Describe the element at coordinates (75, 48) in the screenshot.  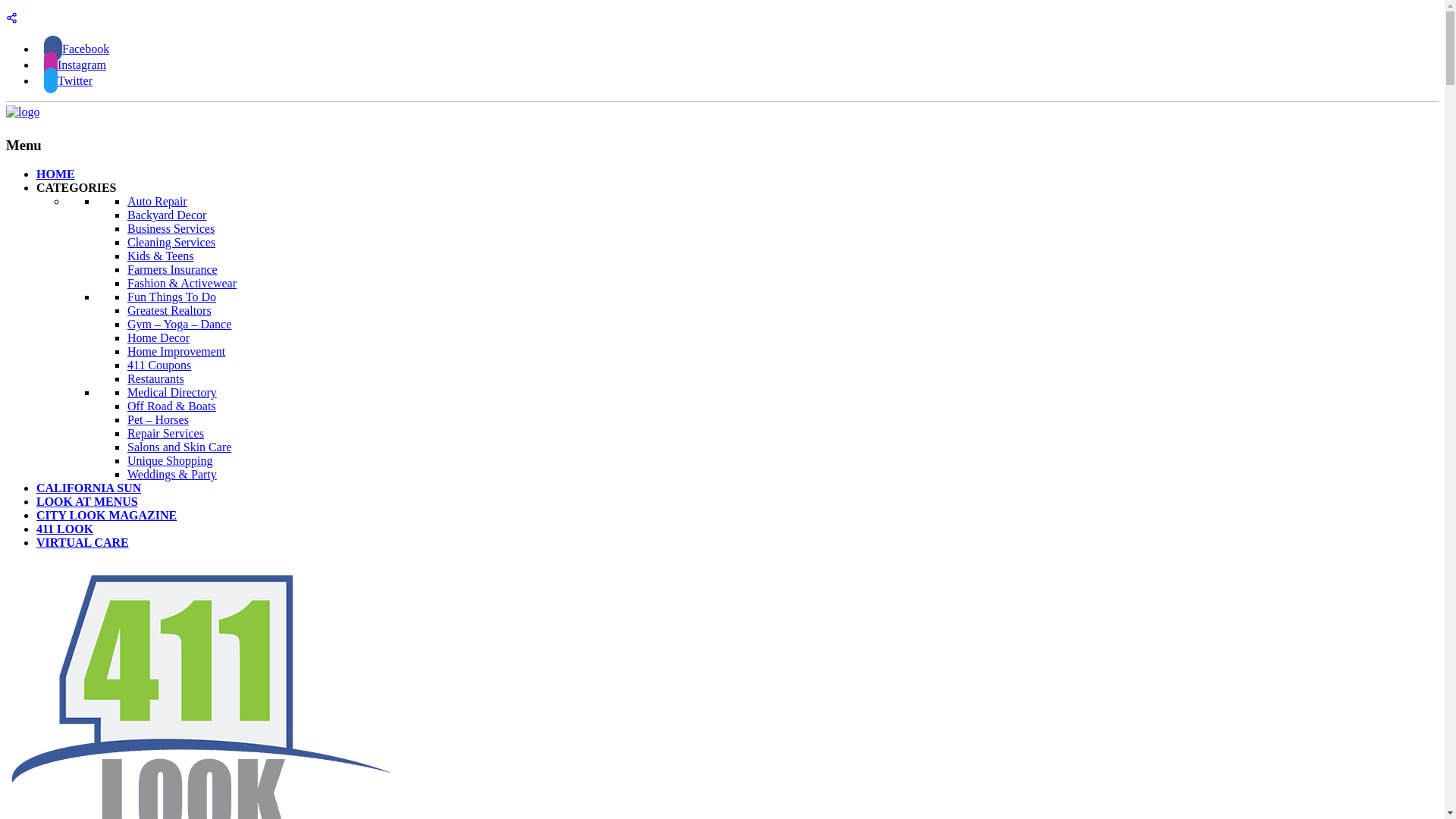
I see `'Facebook'` at that location.